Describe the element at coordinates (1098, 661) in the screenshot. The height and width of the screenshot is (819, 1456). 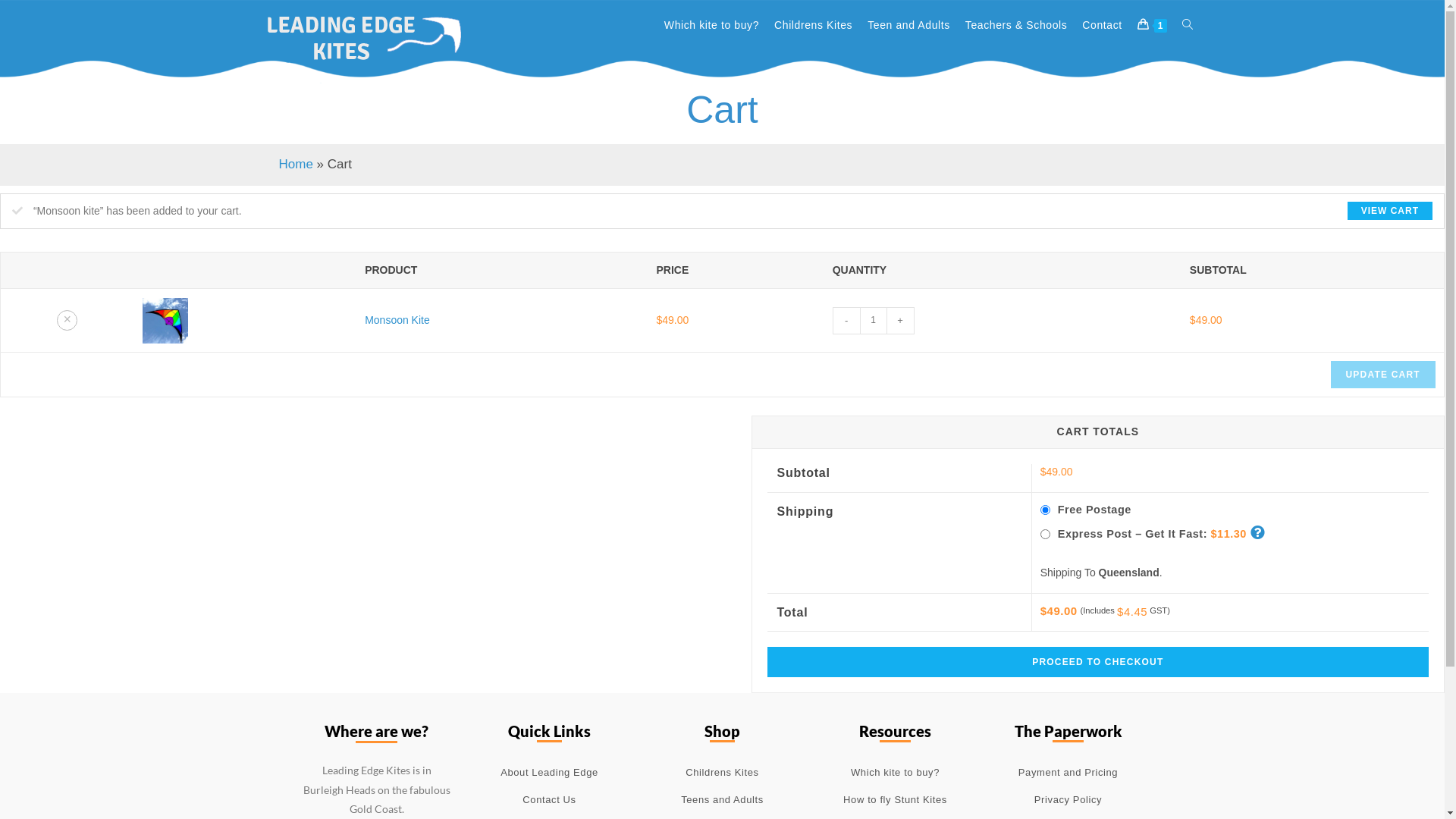
I see `'PROCEED TO CHECKOUT'` at that location.